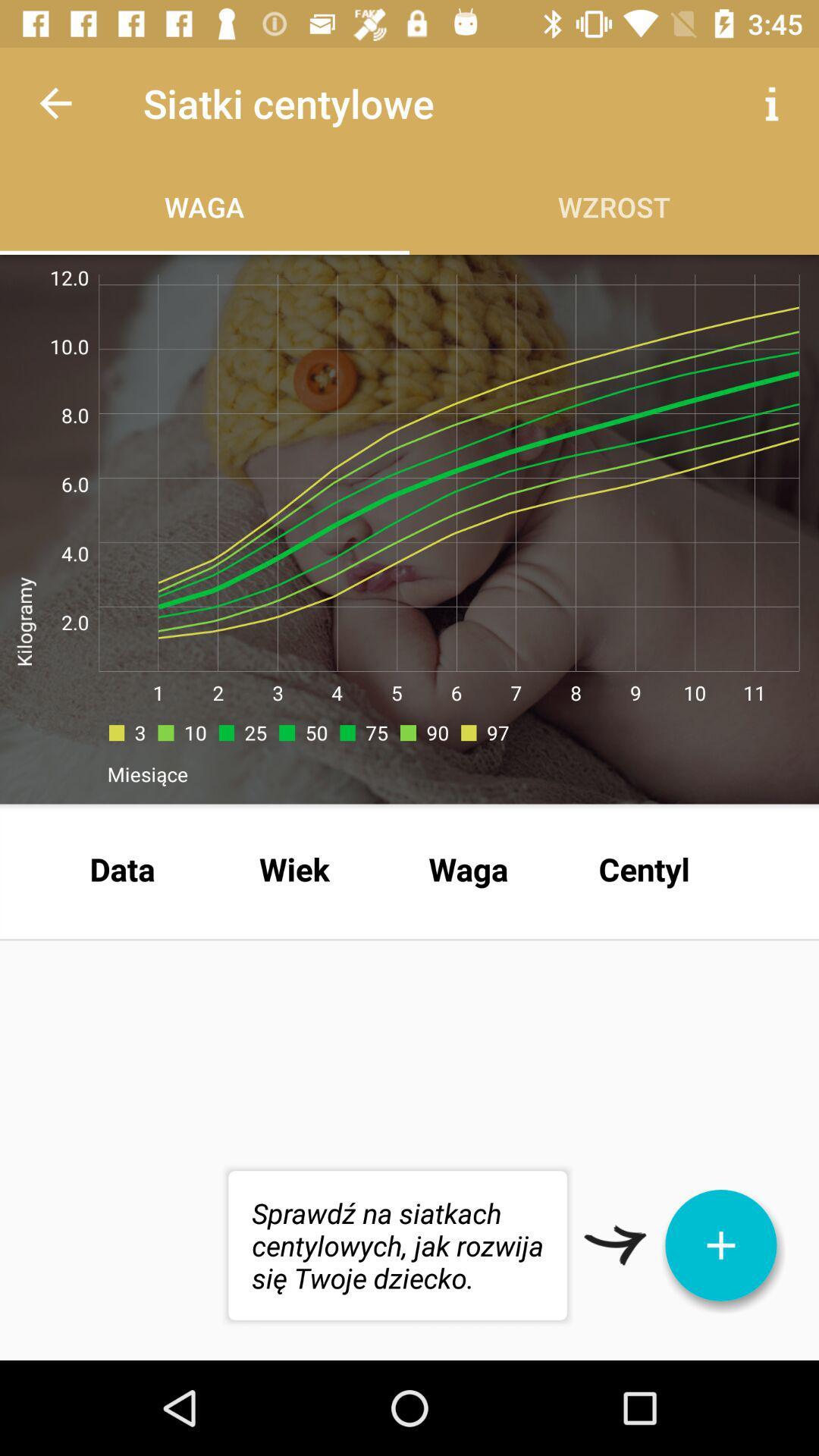 This screenshot has height=1456, width=819. Describe the element at coordinates (720, 1245) in the screenshot. I see `the icon below the centyl item` at that location.